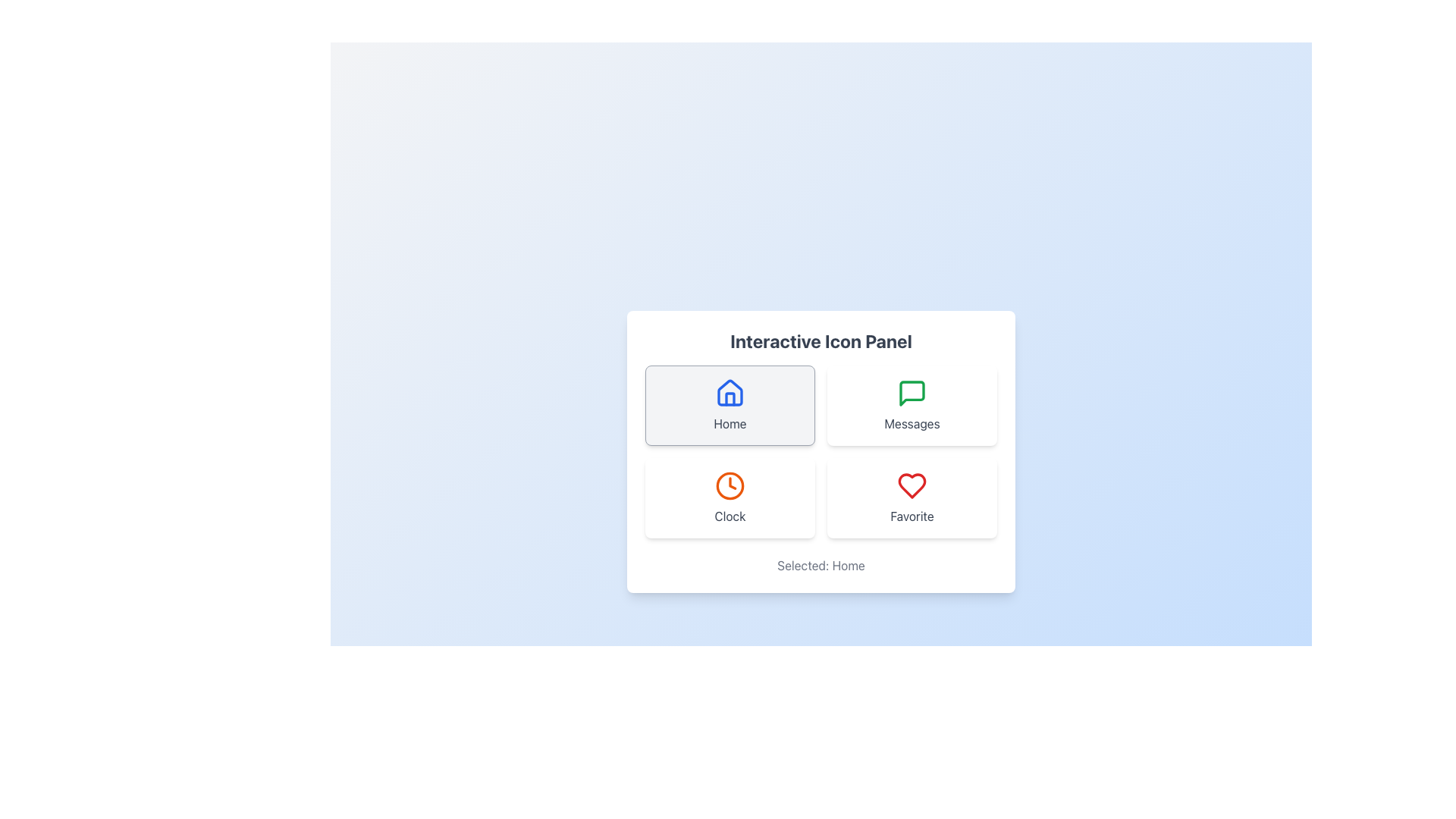  I want to click on the 'Home' button with a blue house icon located in the top-left of the 'Interactive Icon Panel', so click(730, 405).